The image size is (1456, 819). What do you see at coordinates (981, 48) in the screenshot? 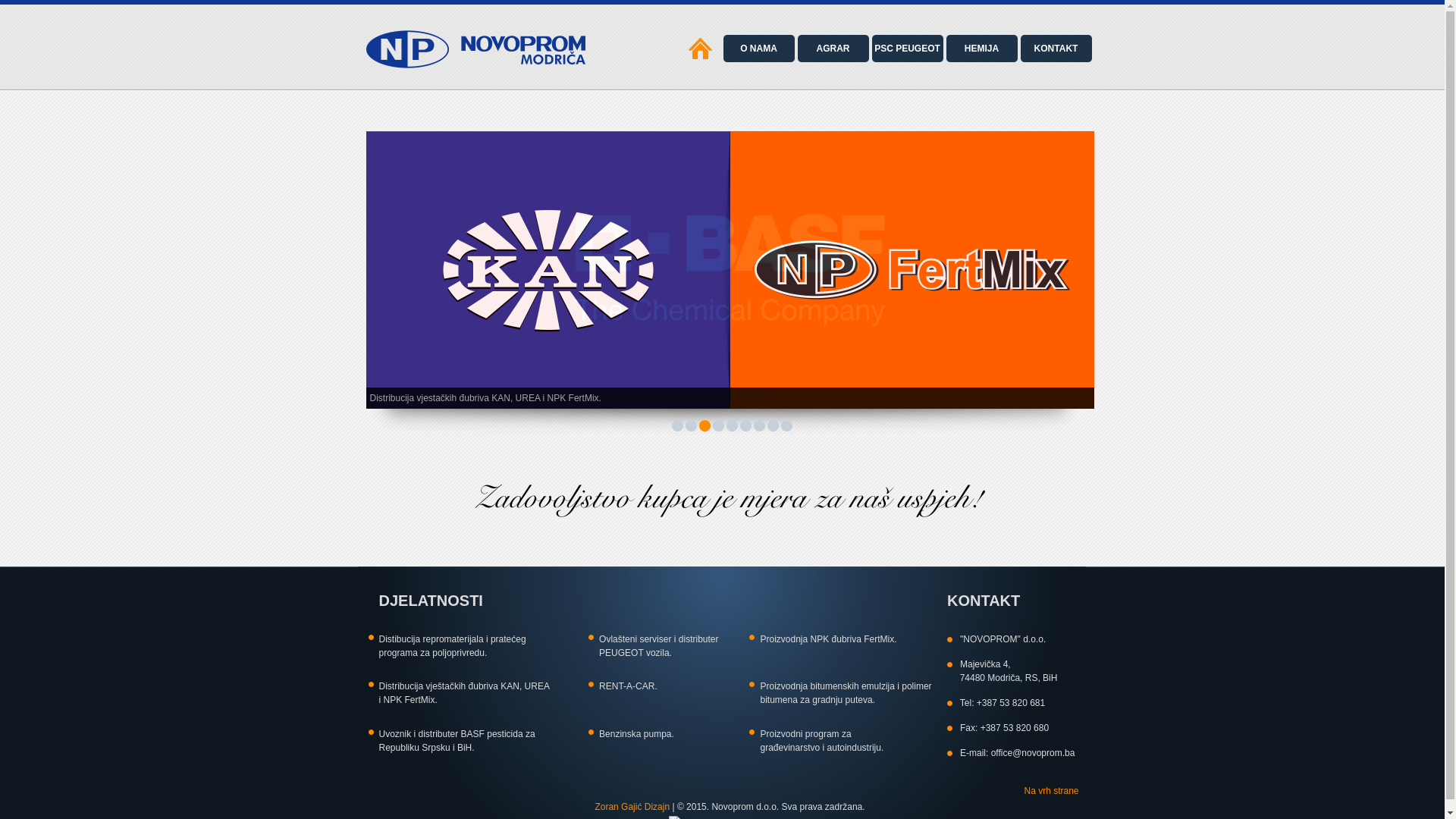
I see `'HEMIJA'` at bounding box center [981, 48].